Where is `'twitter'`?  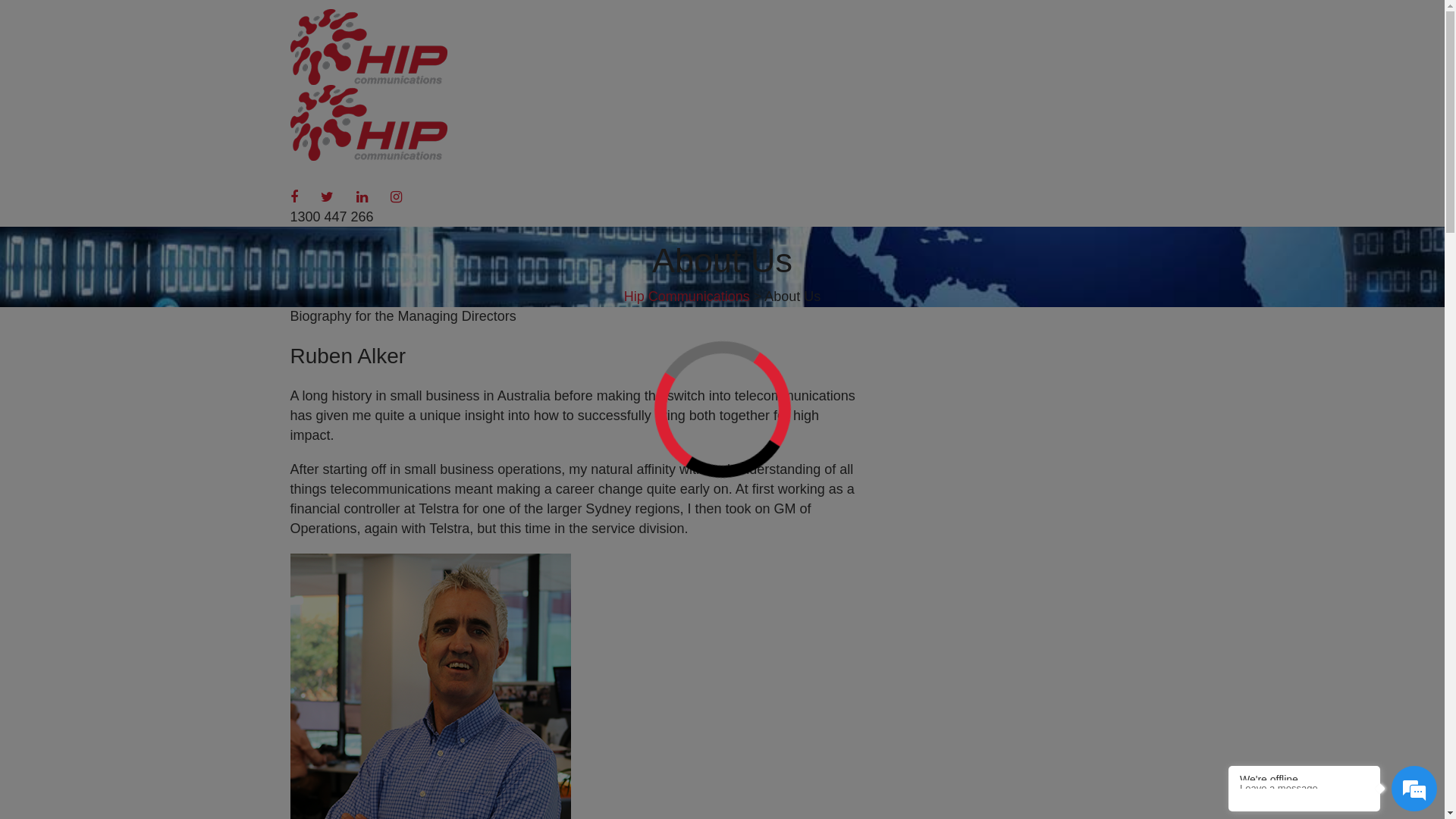
'twitter' is located at coordinates (319, 196).